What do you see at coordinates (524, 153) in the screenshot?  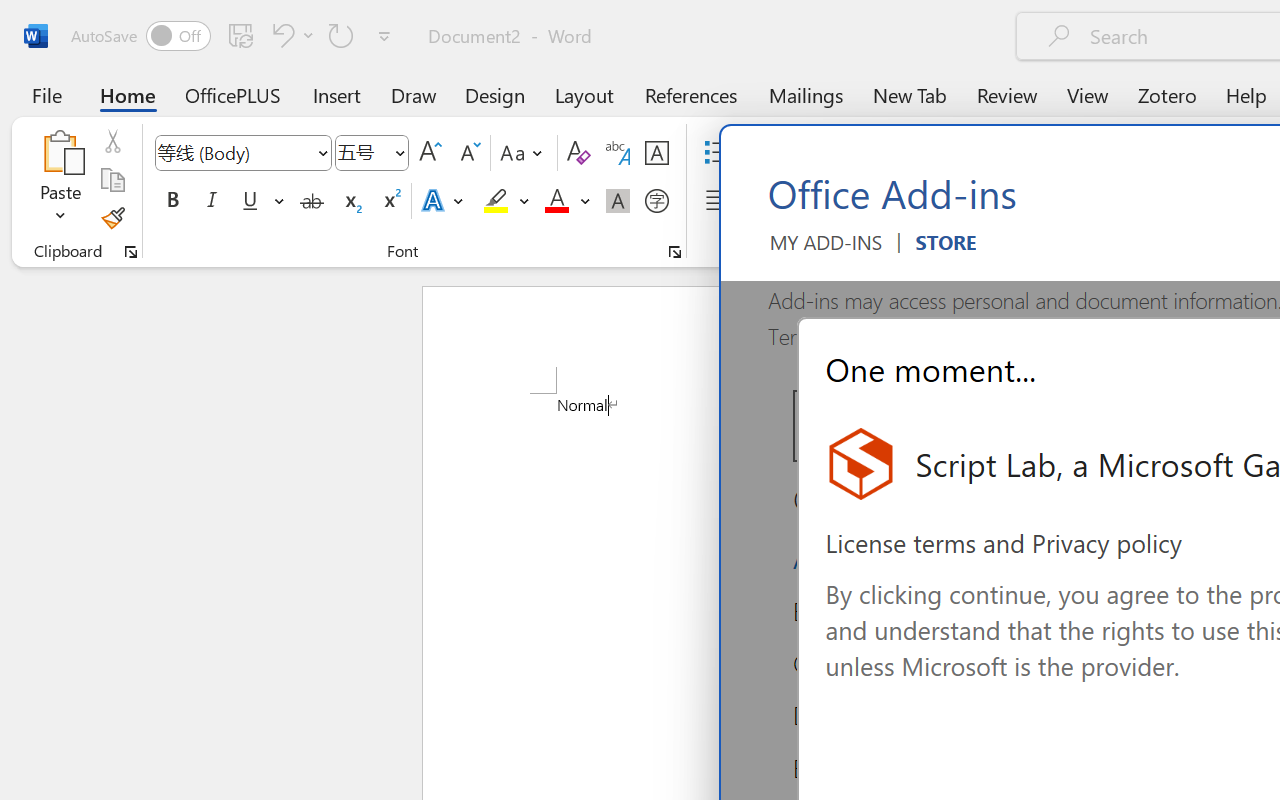 I see `'Change Case'` at bounding box center [524, 153].